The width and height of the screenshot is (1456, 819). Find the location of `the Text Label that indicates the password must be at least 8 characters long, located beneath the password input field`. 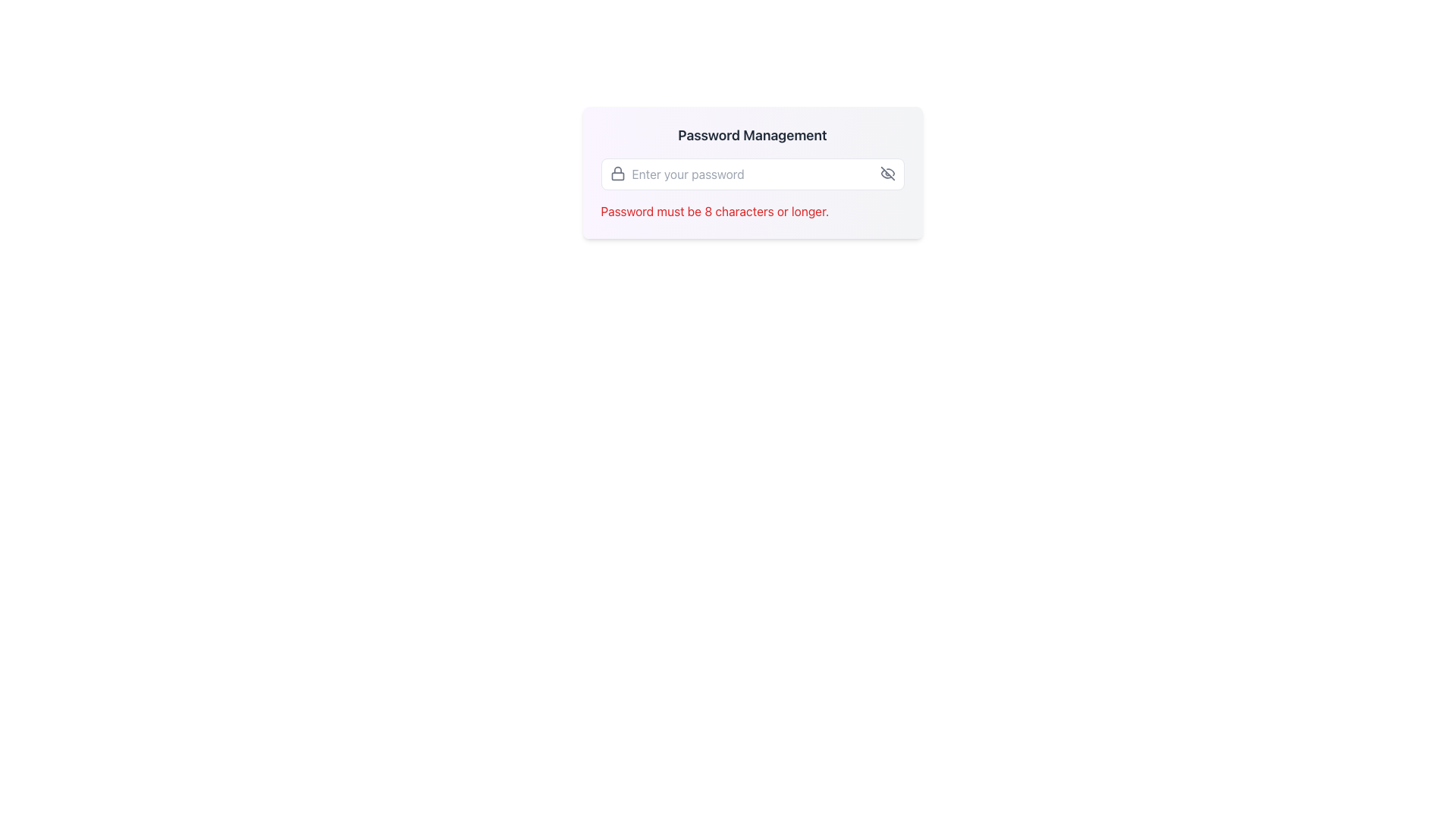

the Text Label that indicates the password must be at least 8 characters long, located beneath the password input field is located at coordinates (714, 211).